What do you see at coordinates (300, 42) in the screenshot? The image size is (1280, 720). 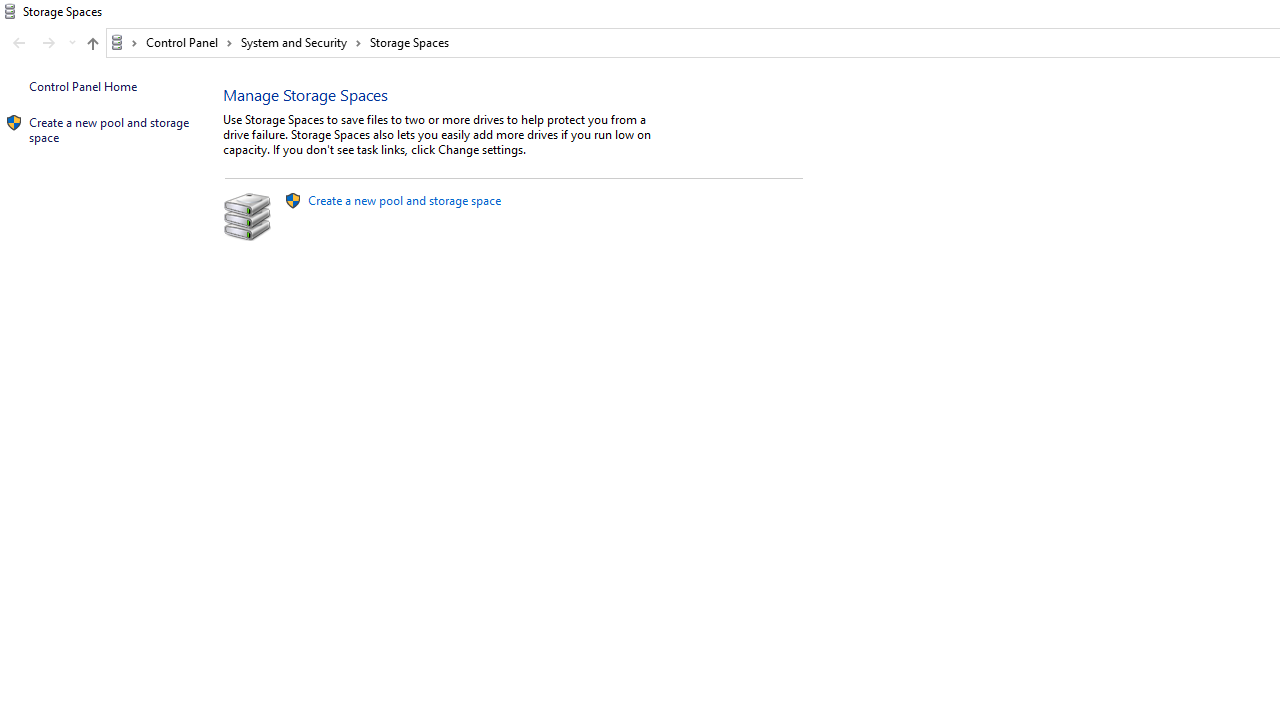 I see `'System and Security'` at bounding box center [300, 42].